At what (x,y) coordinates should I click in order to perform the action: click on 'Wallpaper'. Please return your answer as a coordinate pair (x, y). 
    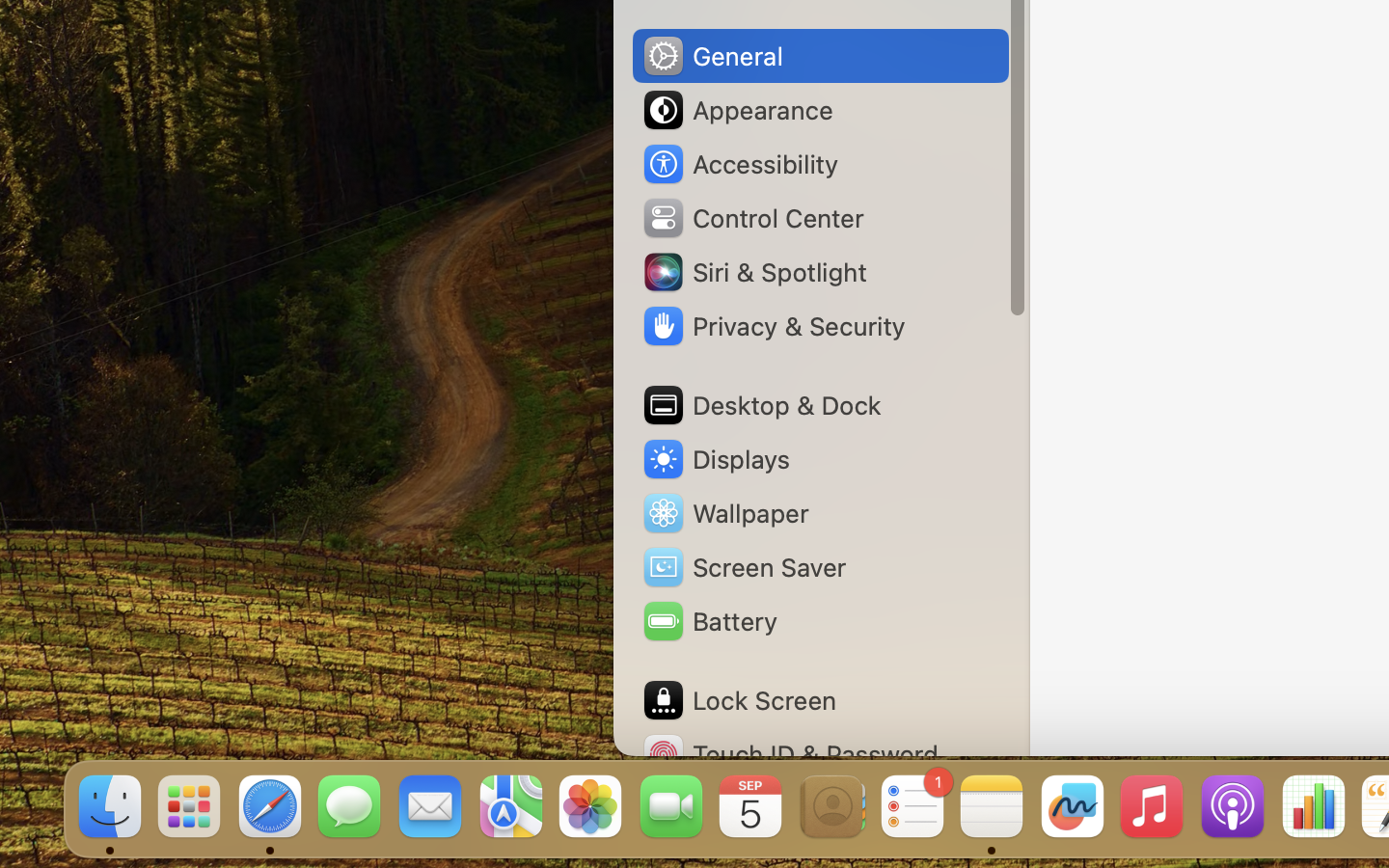
    Looking at the image, I should click on (722, 511).